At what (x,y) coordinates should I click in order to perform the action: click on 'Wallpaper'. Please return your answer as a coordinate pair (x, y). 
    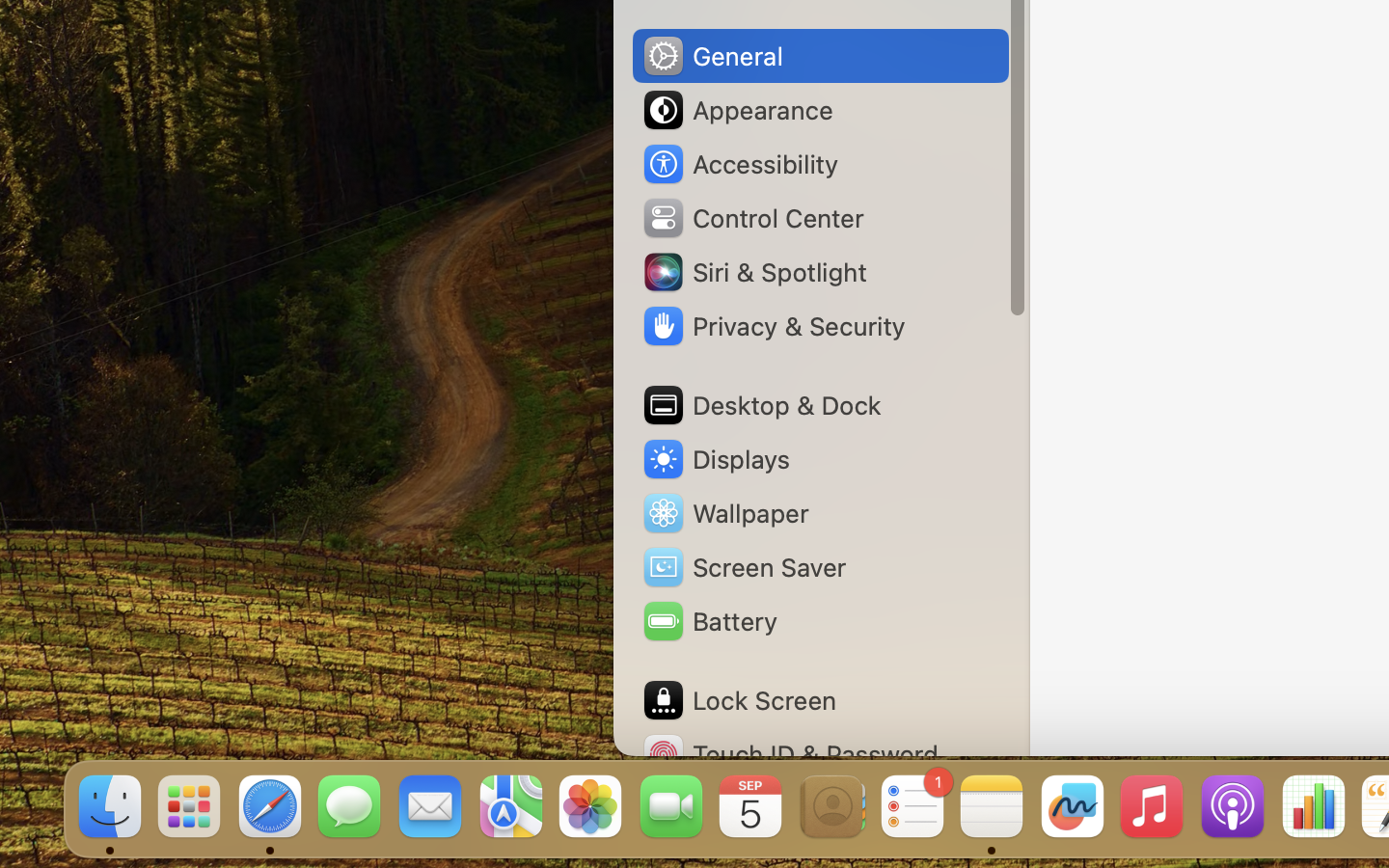
    Looking at the image, I should click on (722, 511).